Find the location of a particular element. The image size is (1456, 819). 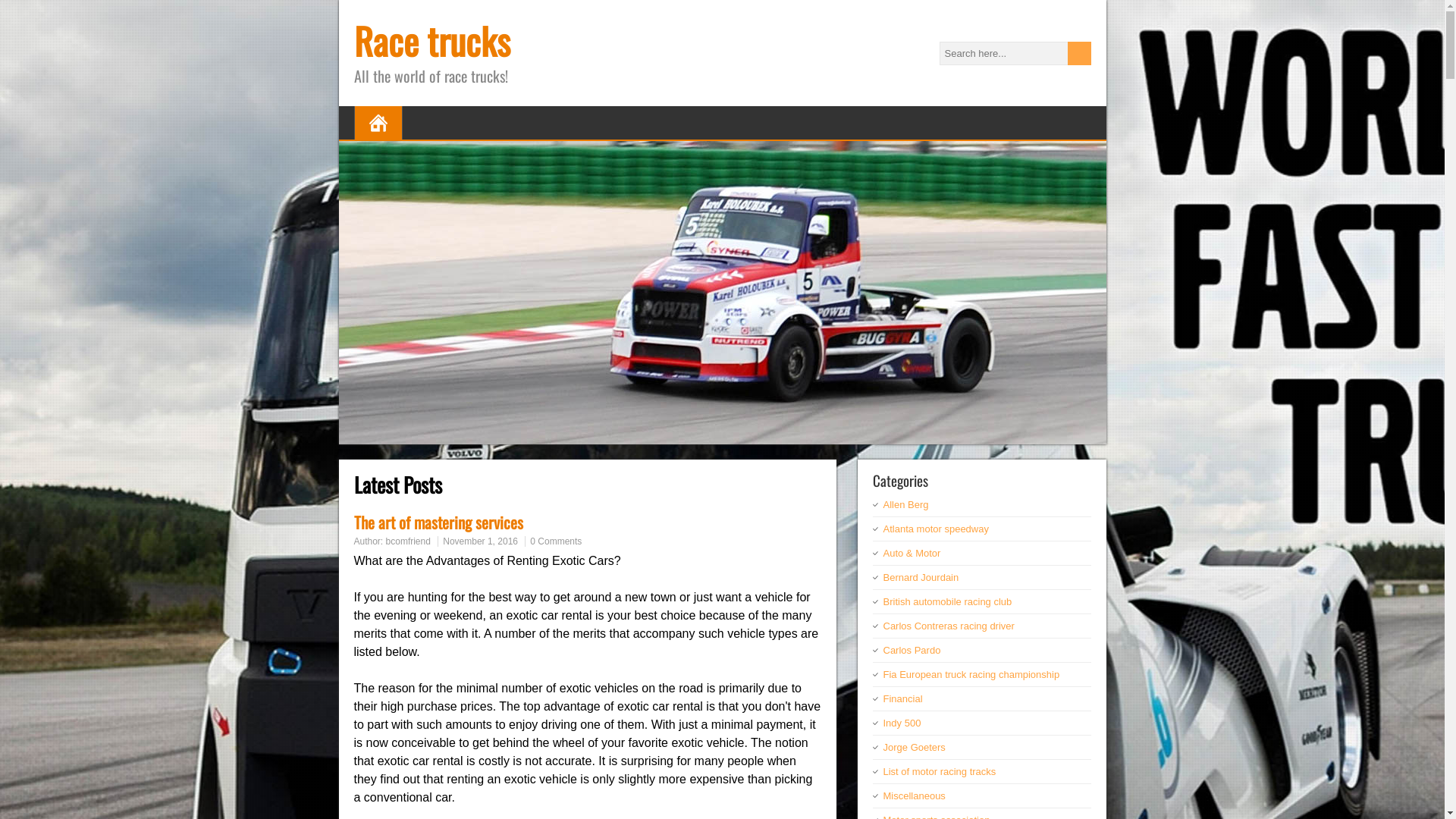

'Fia European truck racing championship' is located at coordinates (971, 673).